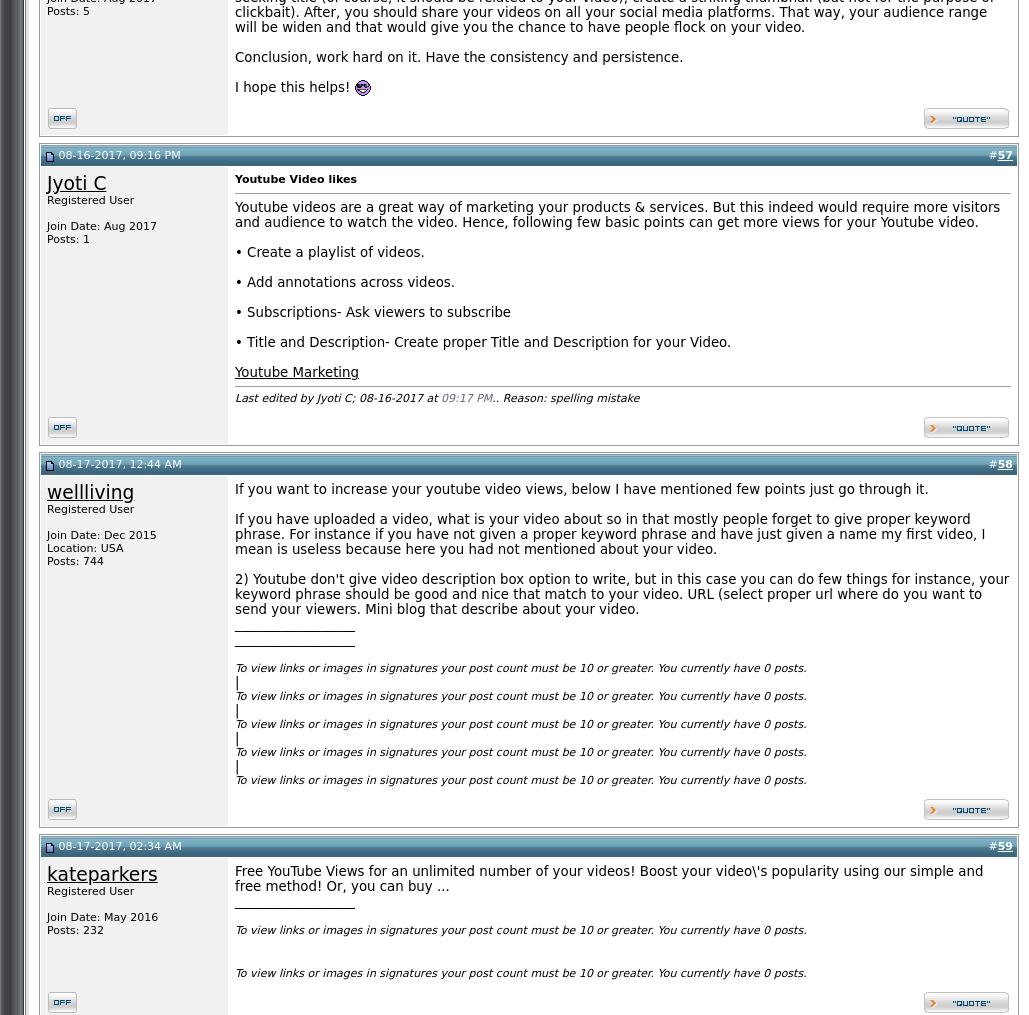  What do you see at coordinates (617, 213) in the screenshot?
I see `'Youtube videos are a great way of marketing your products & services. But this indeed would require more visitors and audience to watch the video. Hence, following few basic points can get more views for your Youtube video.'` at bounding box center [617, 213].